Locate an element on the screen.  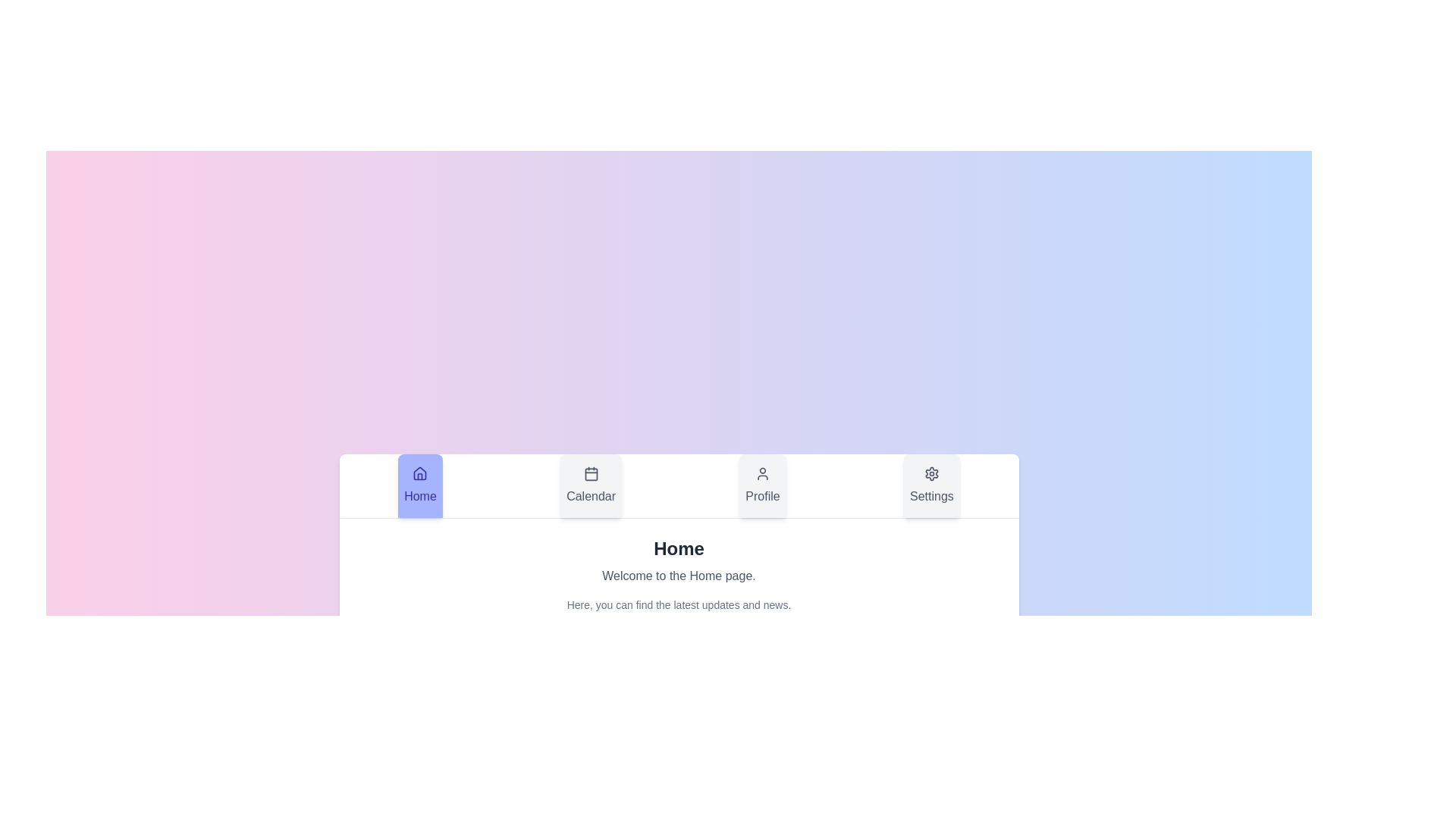
the tab labeled Home is located at coordinates (420, 485).